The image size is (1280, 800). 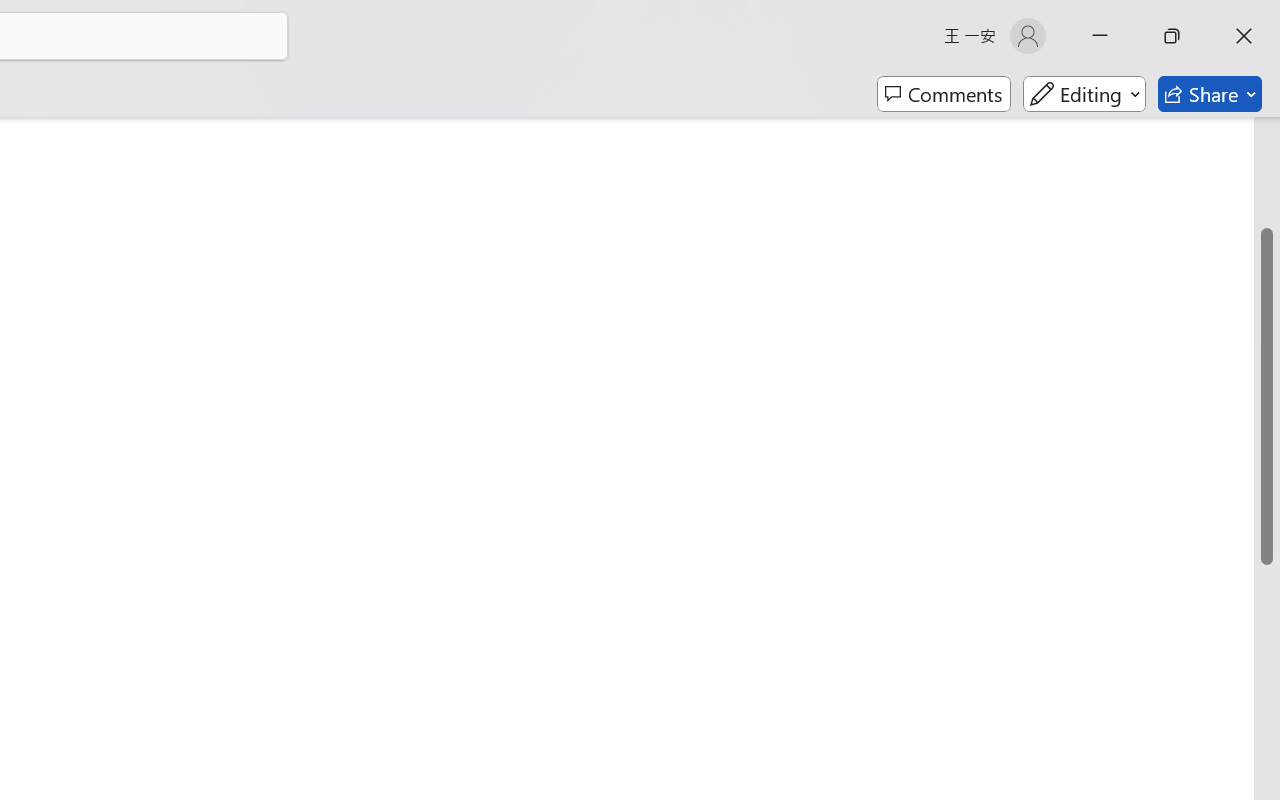 I want to click on 'Close', so click(x=1243, y=35).